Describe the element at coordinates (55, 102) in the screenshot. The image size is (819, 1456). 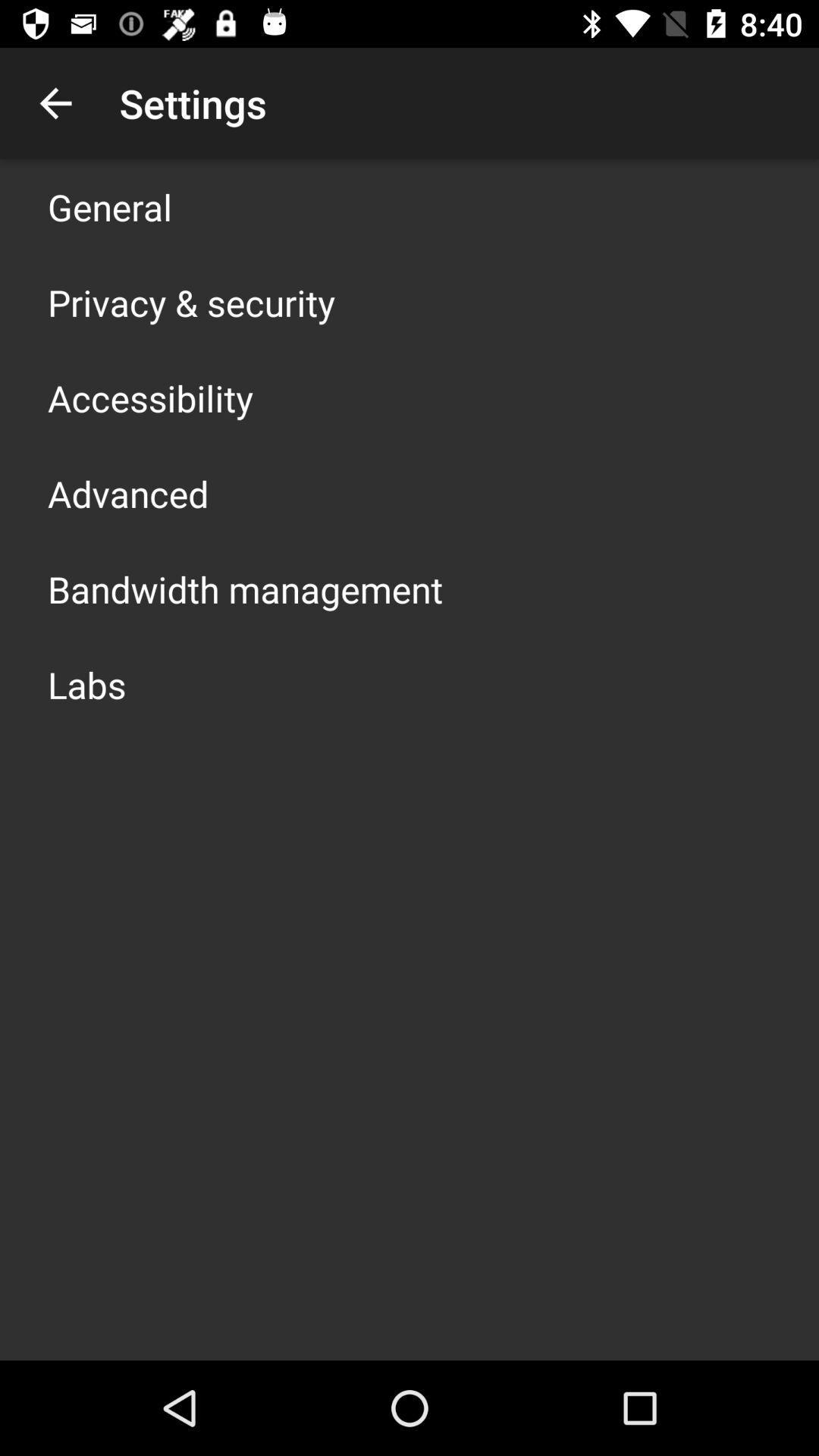
I see `app next to the settings item` at that location.